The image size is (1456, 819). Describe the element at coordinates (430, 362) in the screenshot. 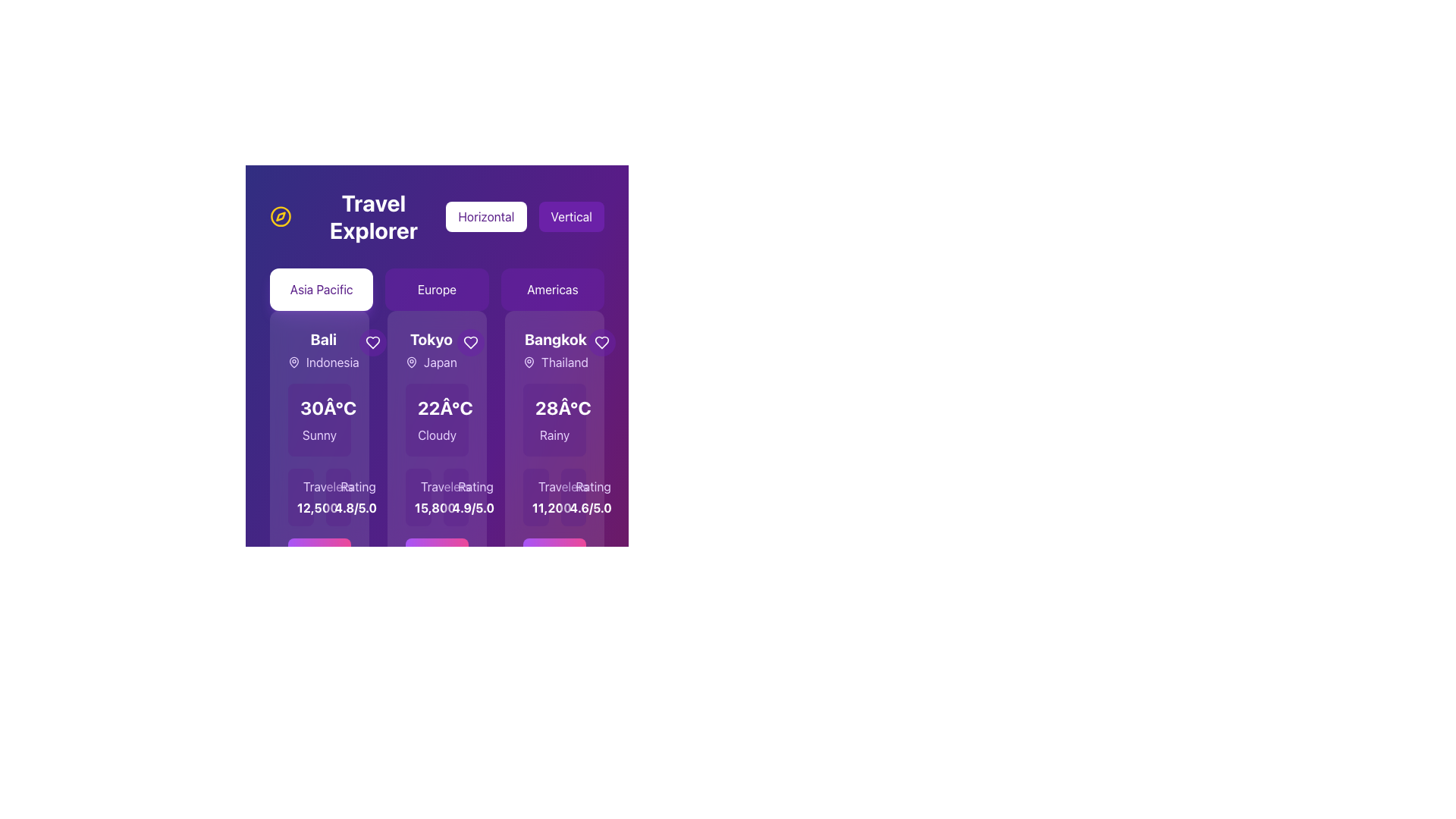

I see `the label with the text 'Japan' styled in light purple, which is accompanied by a location pin icon, located under the heading 'Tokyo' in the second card of the location cards` at that location.